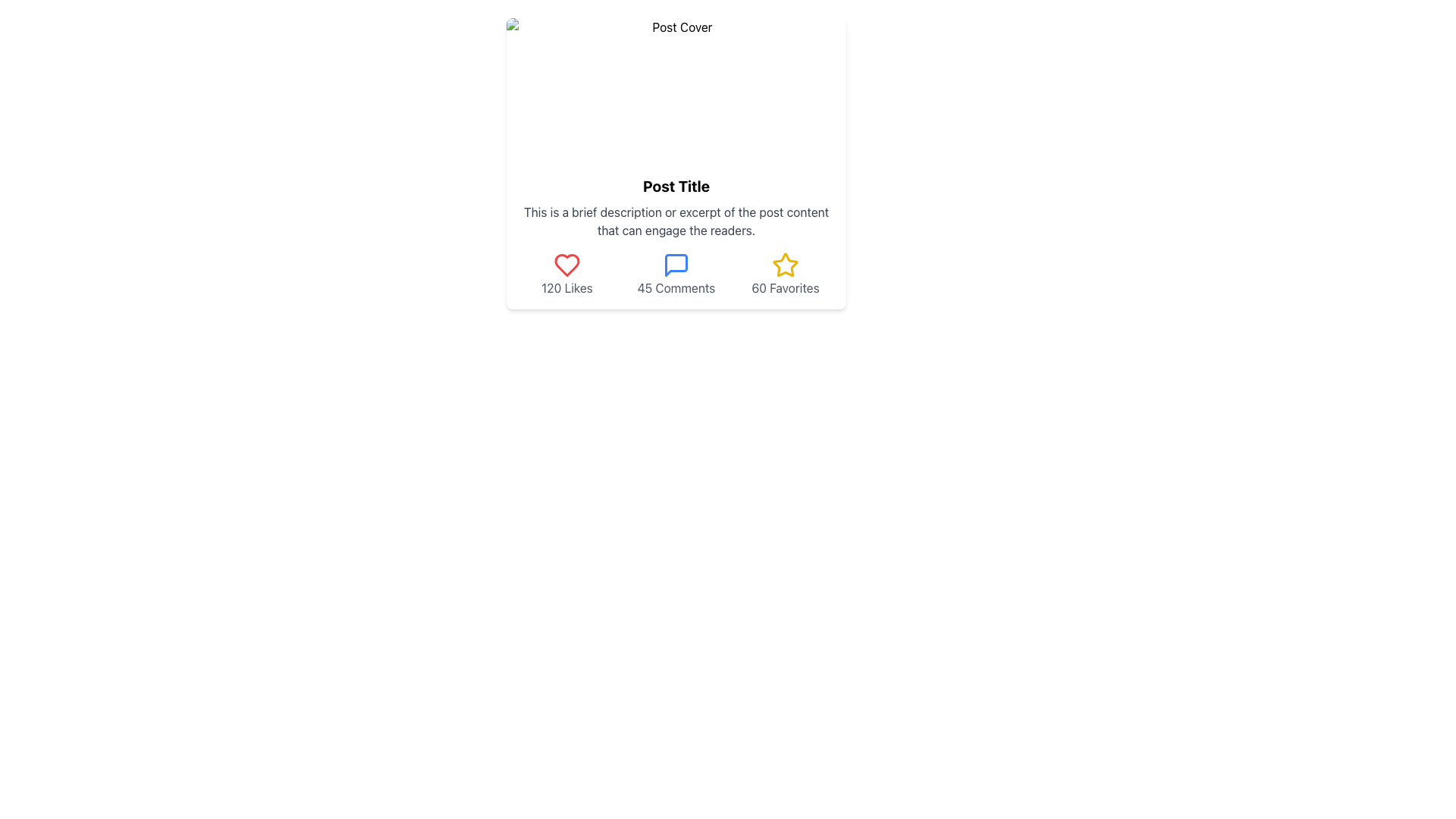 Image resolution: width=1456 pixels, height=819 pixels. I want to click on the yellow star icon in the interactive group labeled '60 Favorites', so click(786, 275).